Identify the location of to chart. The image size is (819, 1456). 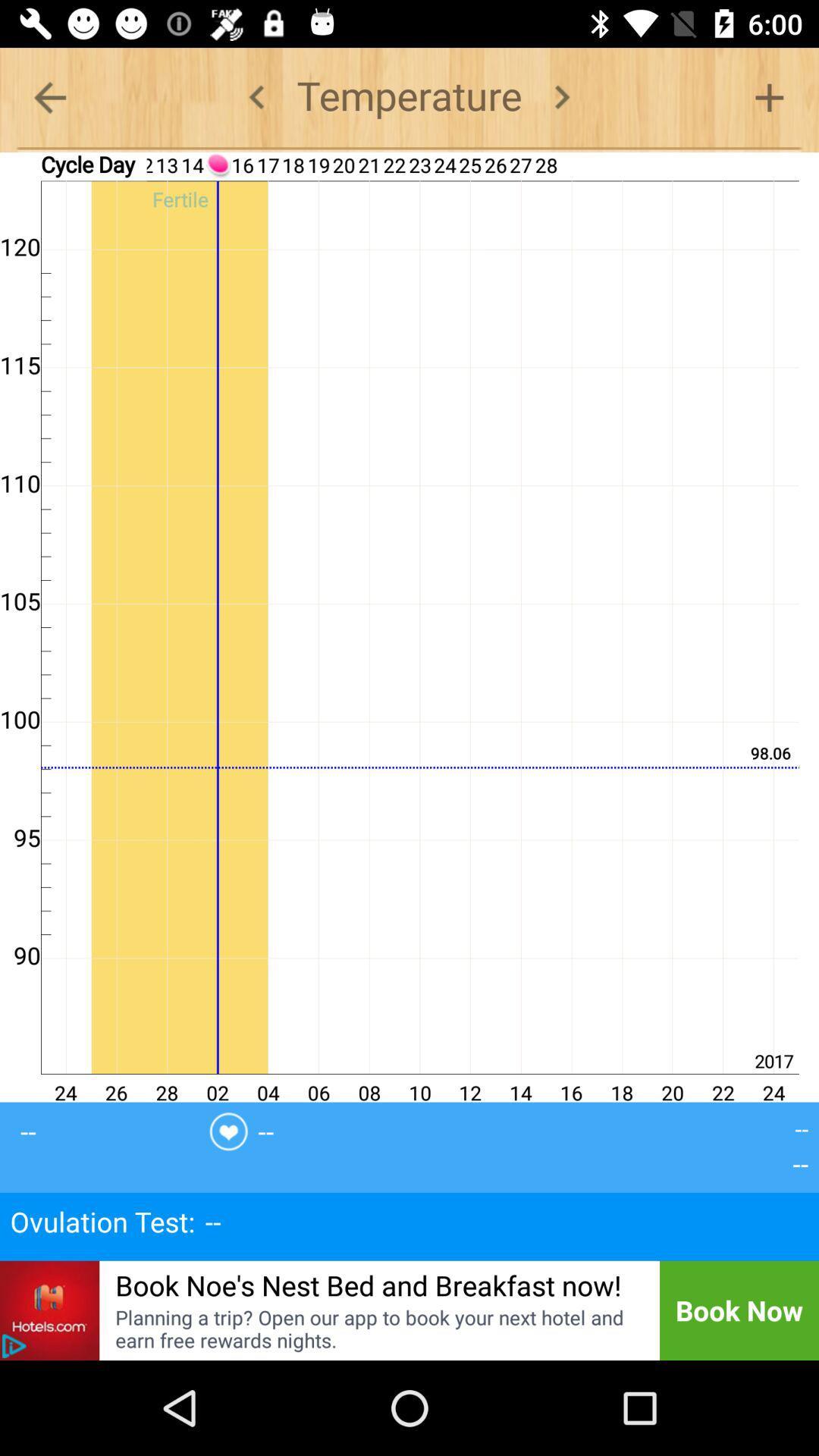
(769, 96).